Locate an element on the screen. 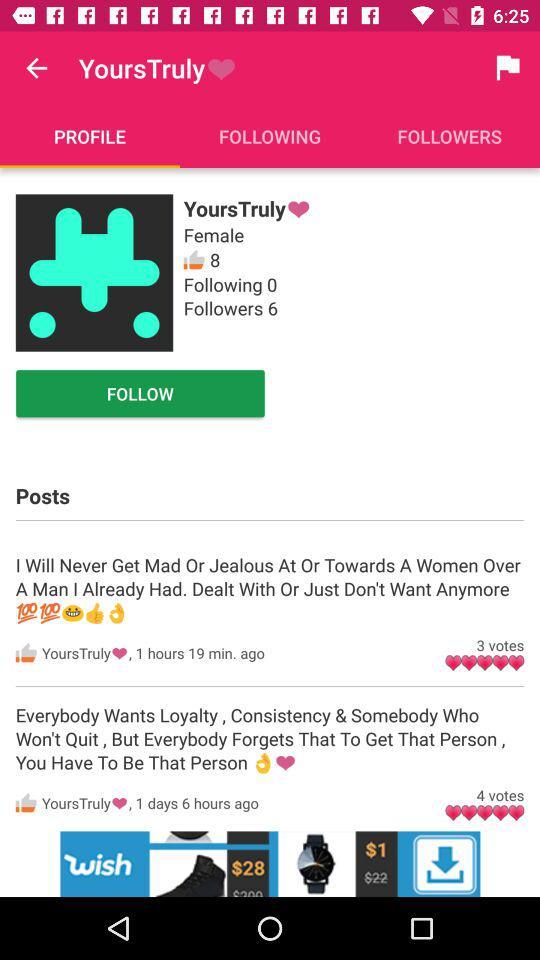 The image size is (540, 960). the option is located at coordinates (270, 863).